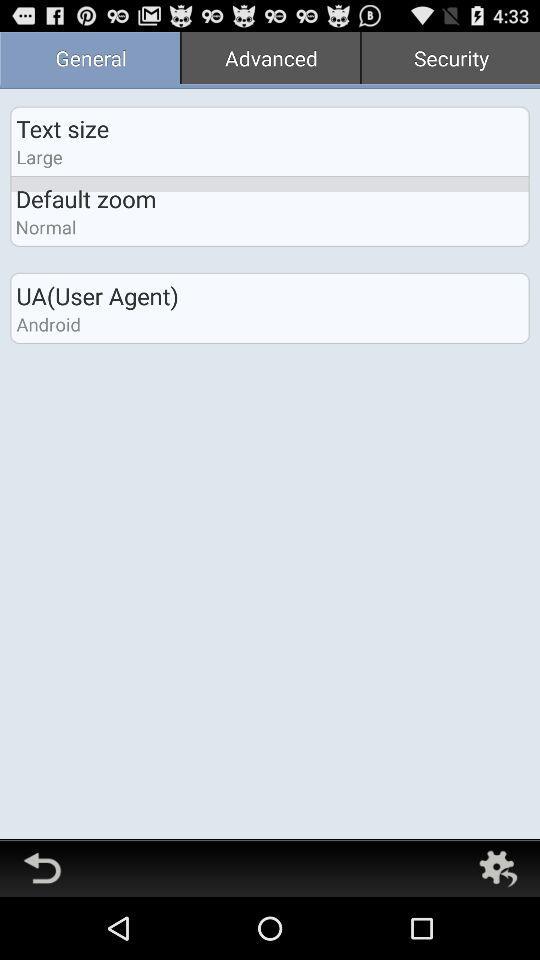 This screenshot has height=960, width=540. I want to click on the app to the left of the security app, so click(270, 59).